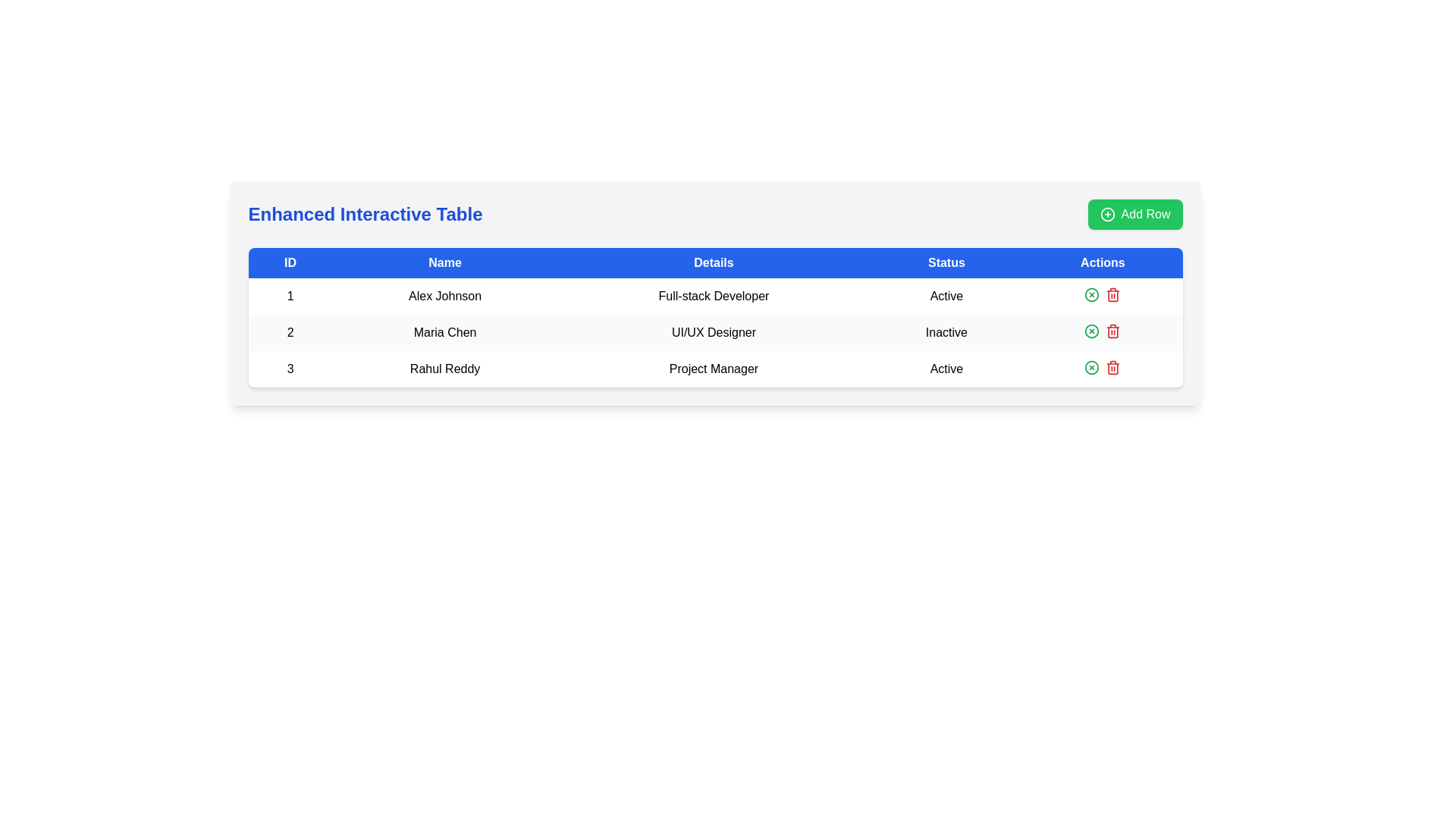 This screenshot has width=1456, height=819. Describe the element at coordinates (713, 369) in the screenshot. I see `the text label reading 'Project Manager' located in the third row of the table under the 'Details' column, positioned between 'Rahul Reddy' and 'Active'` at that location.